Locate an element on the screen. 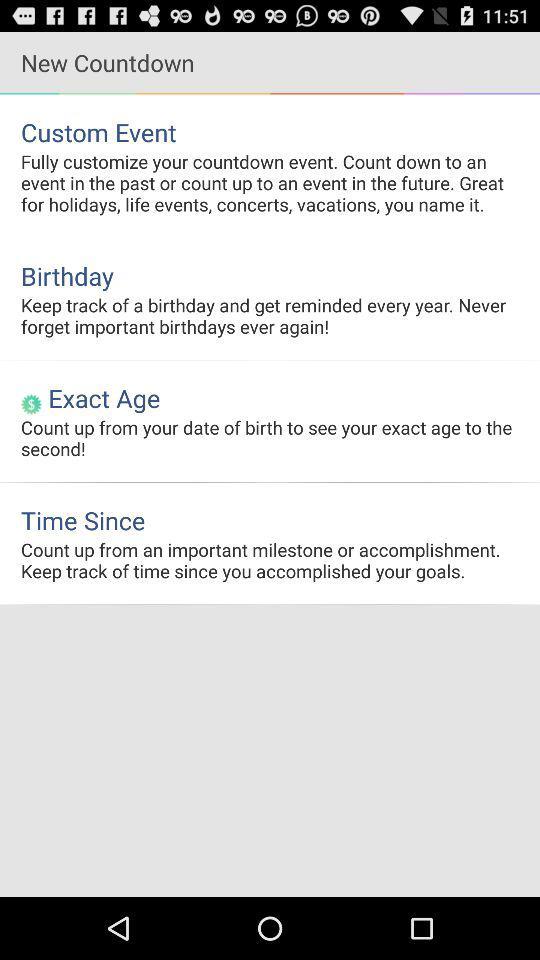 Image resolution: width=540 pixels, height=960 pixels. icon below the custom event item is located at coordinates (270, 182).